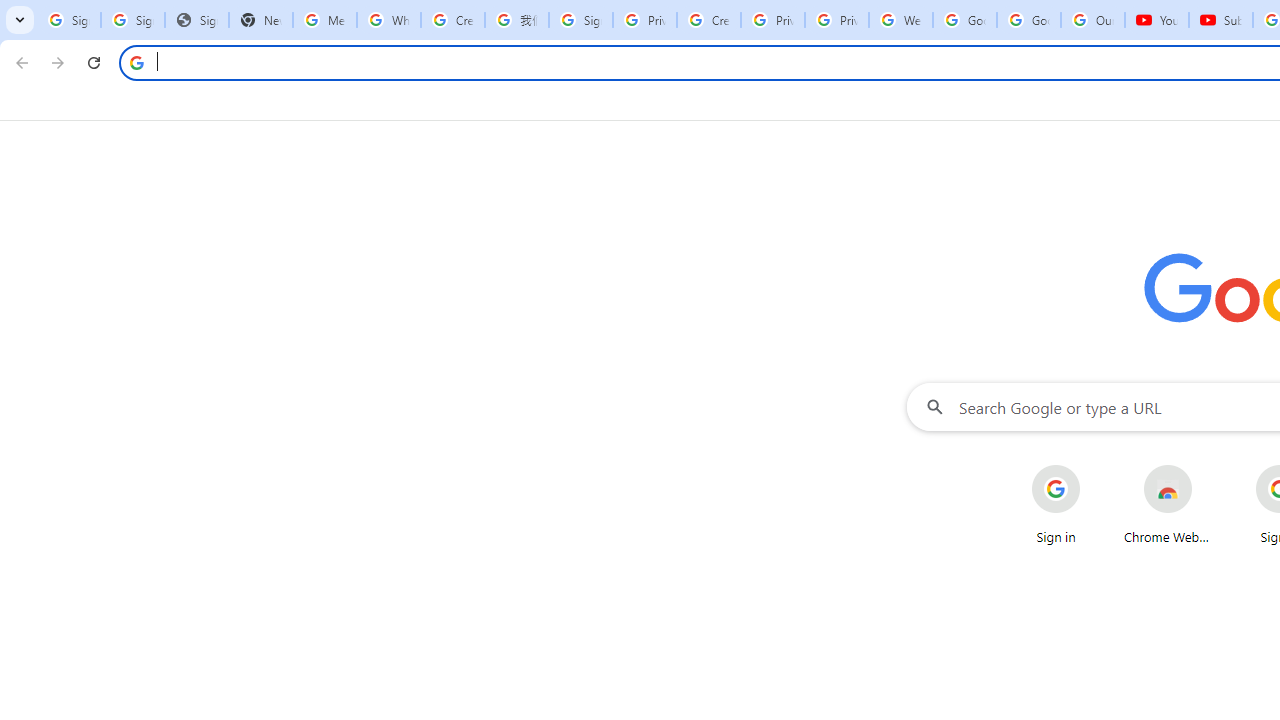 The height and width of the screenshot is (720, 1280). Describe the element at coordinates (1207, 466) in the screenshot. I see `'More actions for Chrome Web Store shortcut'` at that location.